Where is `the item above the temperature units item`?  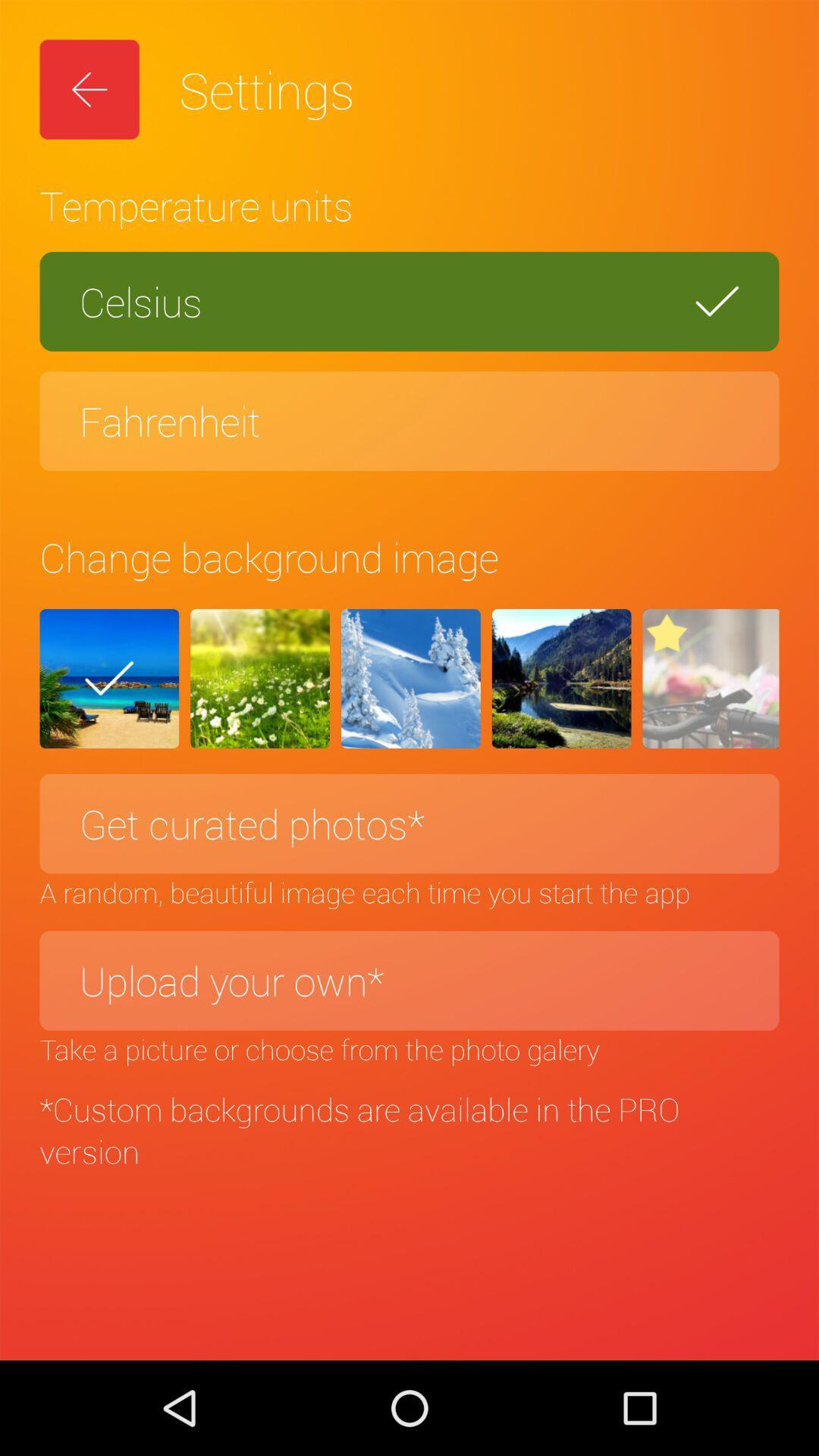 the item above the temperature units item is located at coordinates (89, 89).